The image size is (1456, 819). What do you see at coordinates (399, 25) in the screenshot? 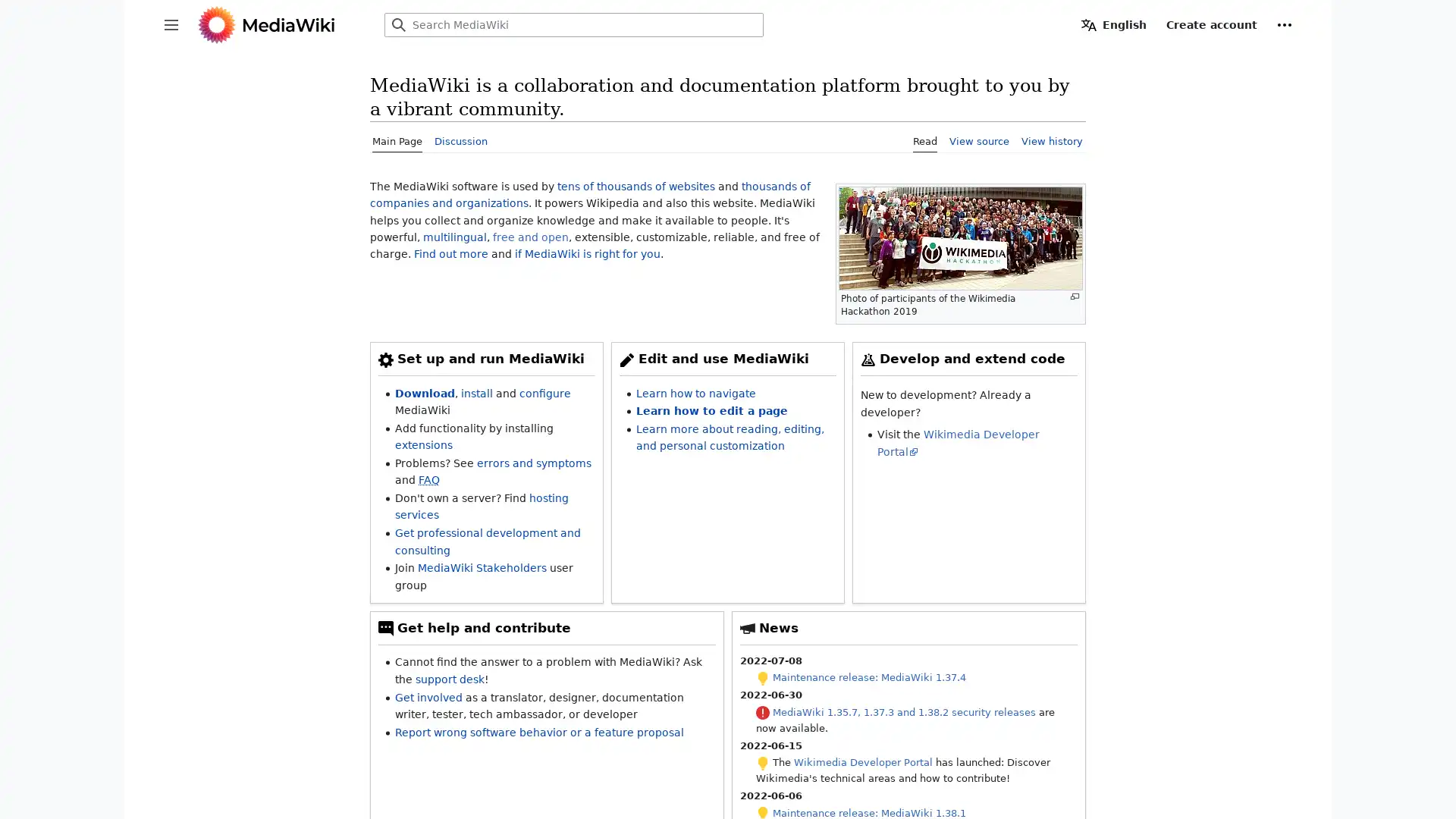
I see `Search` at bounding box center [399, 25].